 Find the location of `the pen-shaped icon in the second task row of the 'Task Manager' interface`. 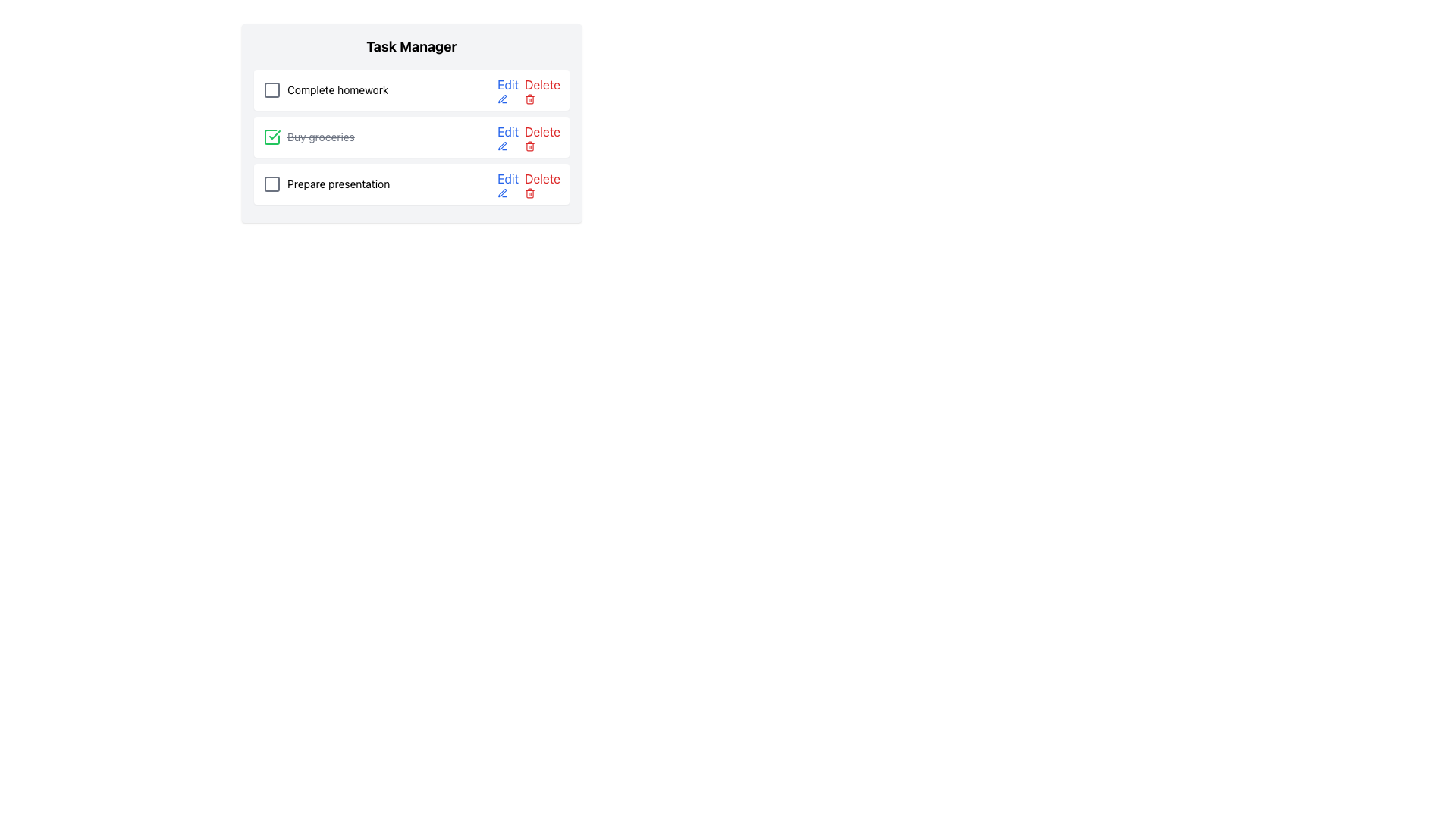

the pen-shaped icon in the second task row of the 'Task Manager' interface is located at coordinates (503, 99).